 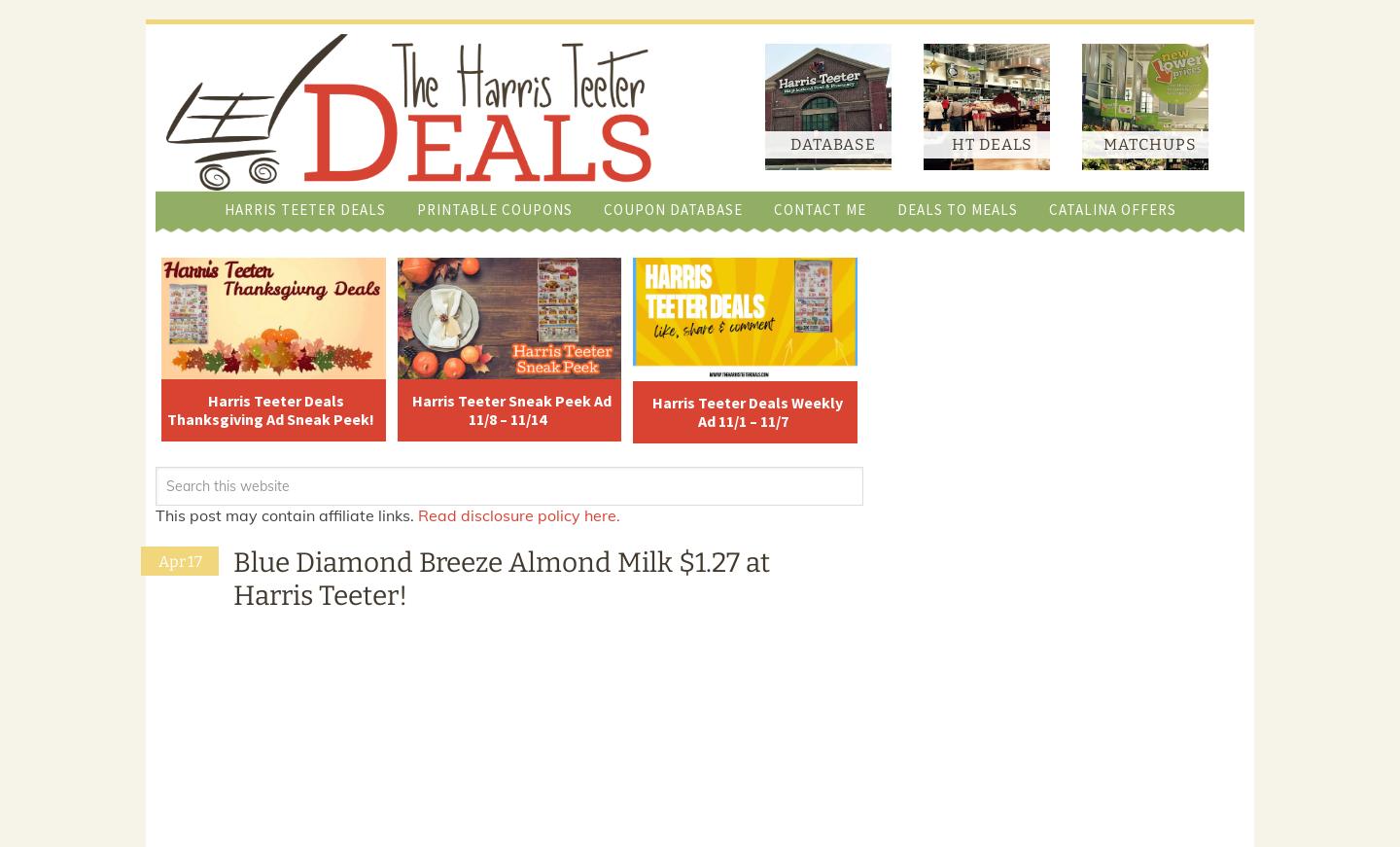 What do you see at coordinates (831, 144) in the screenshot?
I see `'Database'` at bounding box center [831, 144].